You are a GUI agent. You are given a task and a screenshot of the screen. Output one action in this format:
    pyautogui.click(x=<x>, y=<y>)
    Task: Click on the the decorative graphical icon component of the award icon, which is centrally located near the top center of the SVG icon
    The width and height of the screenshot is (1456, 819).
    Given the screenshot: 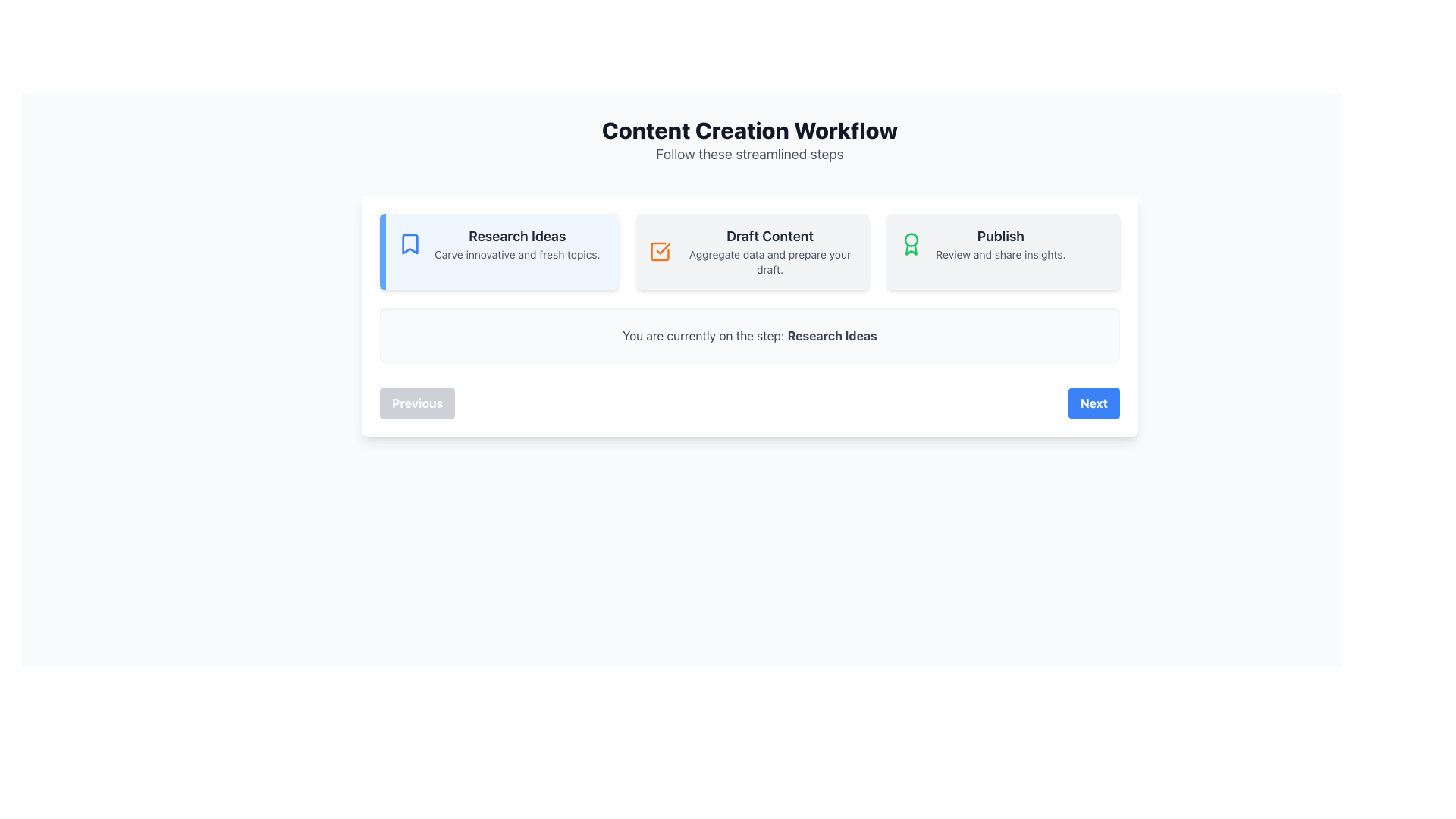 What is the action you would take?
    pyautogui.click(x=911, y=239)
    